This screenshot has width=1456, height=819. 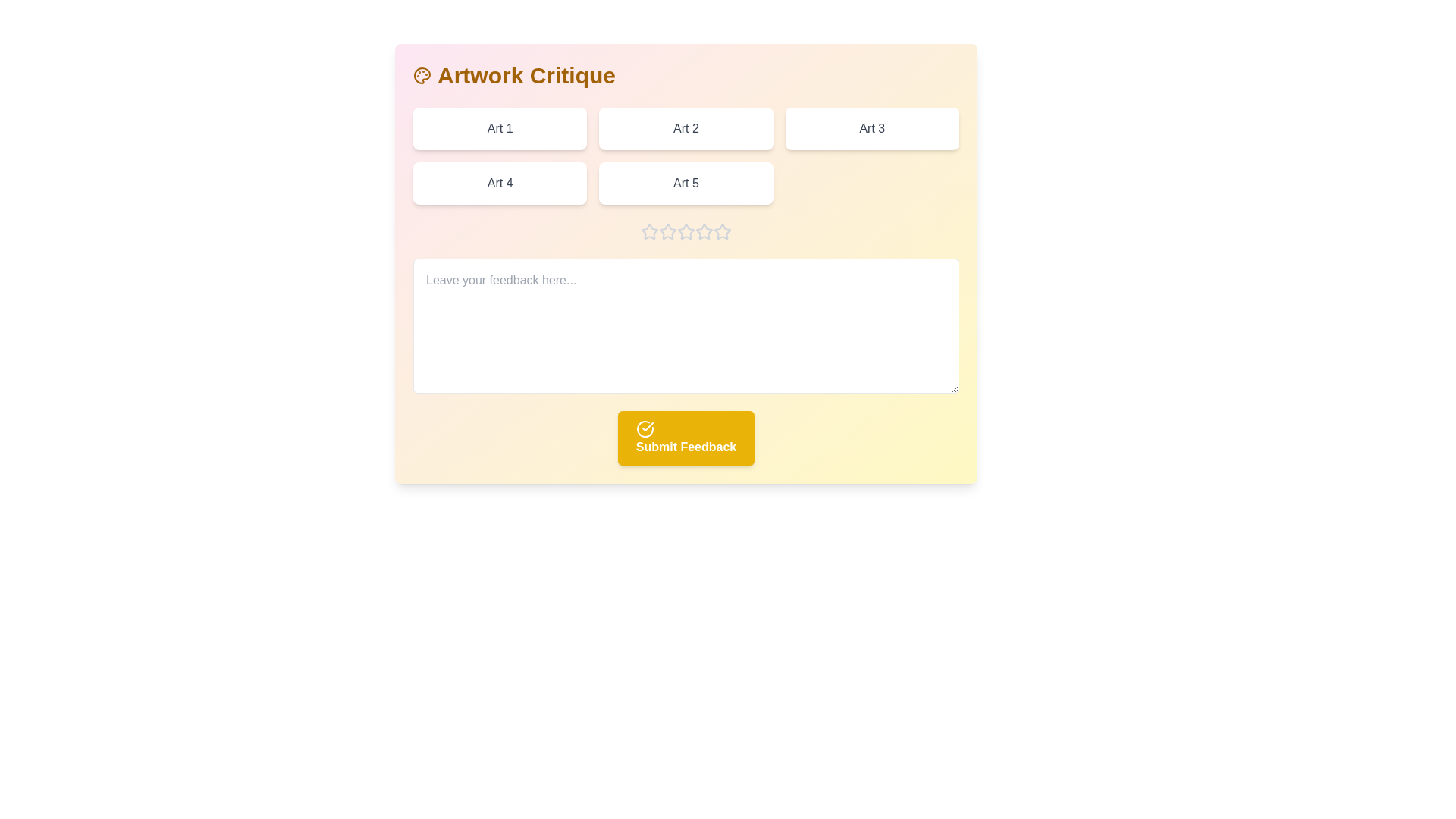 What do you see at coordinates (704, 231) in the screenshot?
I see `the rating to 4 stars by clicking on the corresponding star button` at bounding box center [704, 231].